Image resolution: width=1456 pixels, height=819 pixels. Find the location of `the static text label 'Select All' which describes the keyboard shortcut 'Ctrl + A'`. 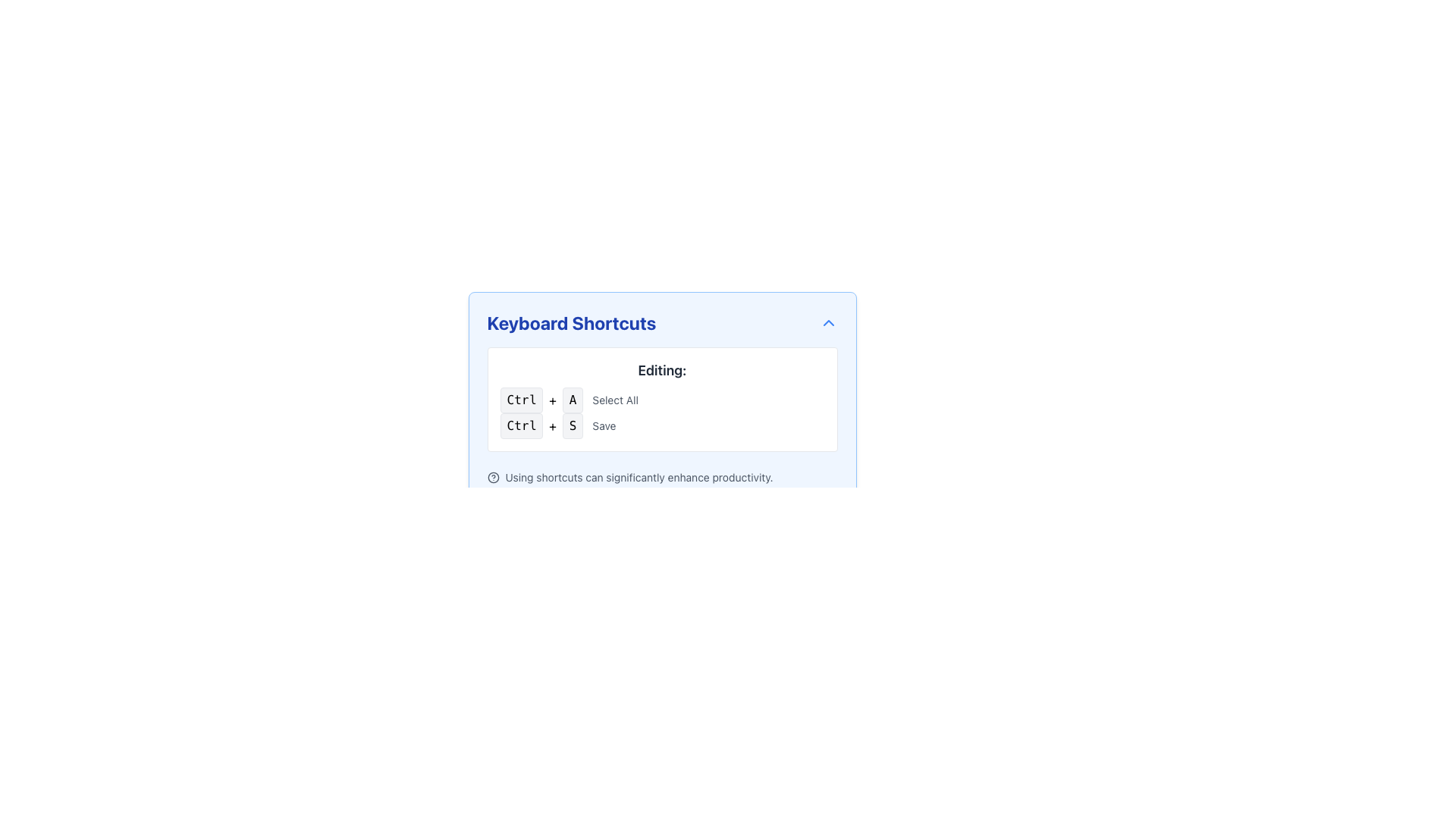

the static text label 'Select All' which describes the keyboard shortcut 'Ctrl + A' is located at coordinates (615, 400).